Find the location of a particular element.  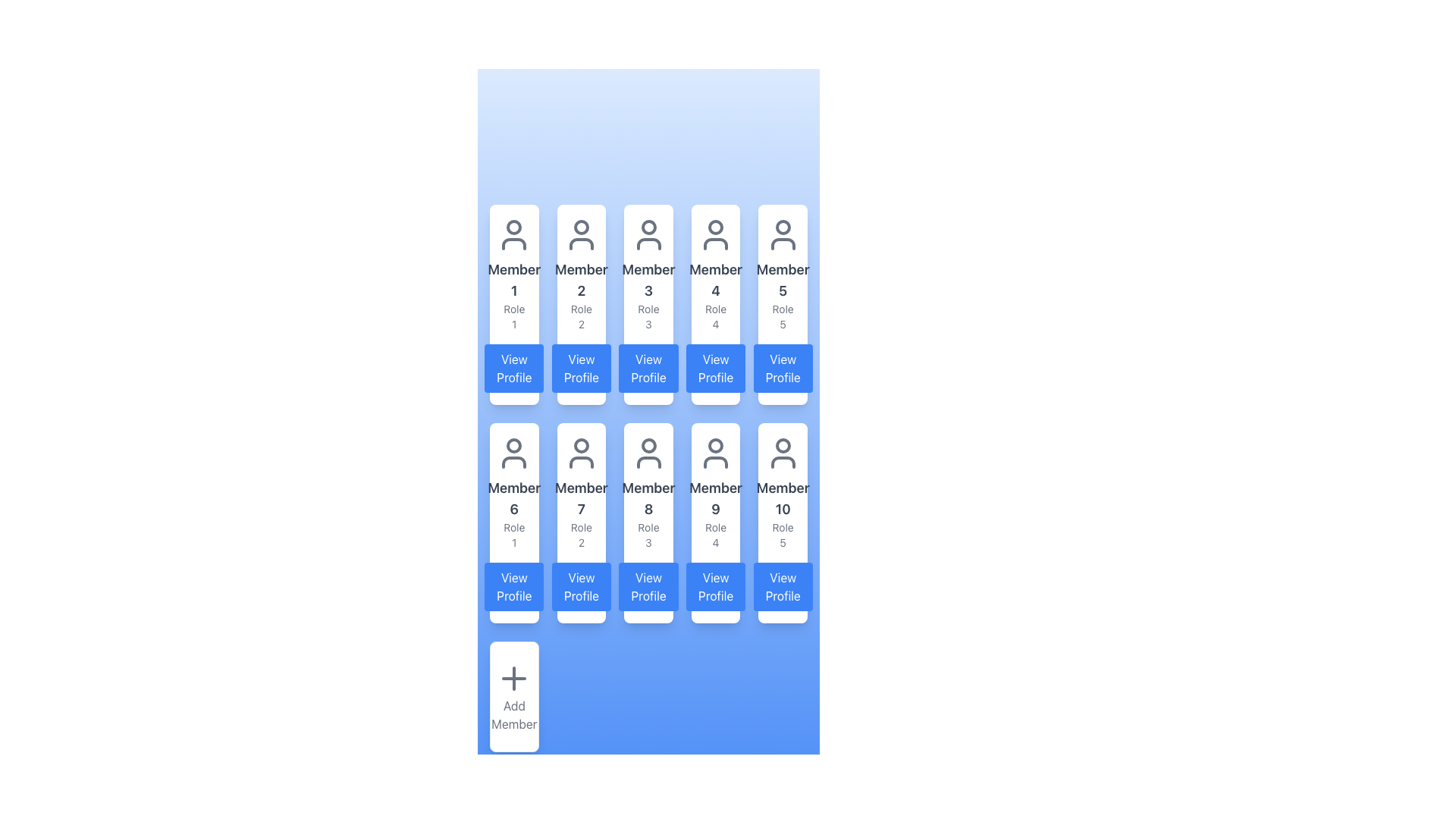

the text label displaying 'Role 2' in light gray font located within the profile card, positioned below 'Member 7' and above the 'View Profile' button is located at coordinates (580, 534).